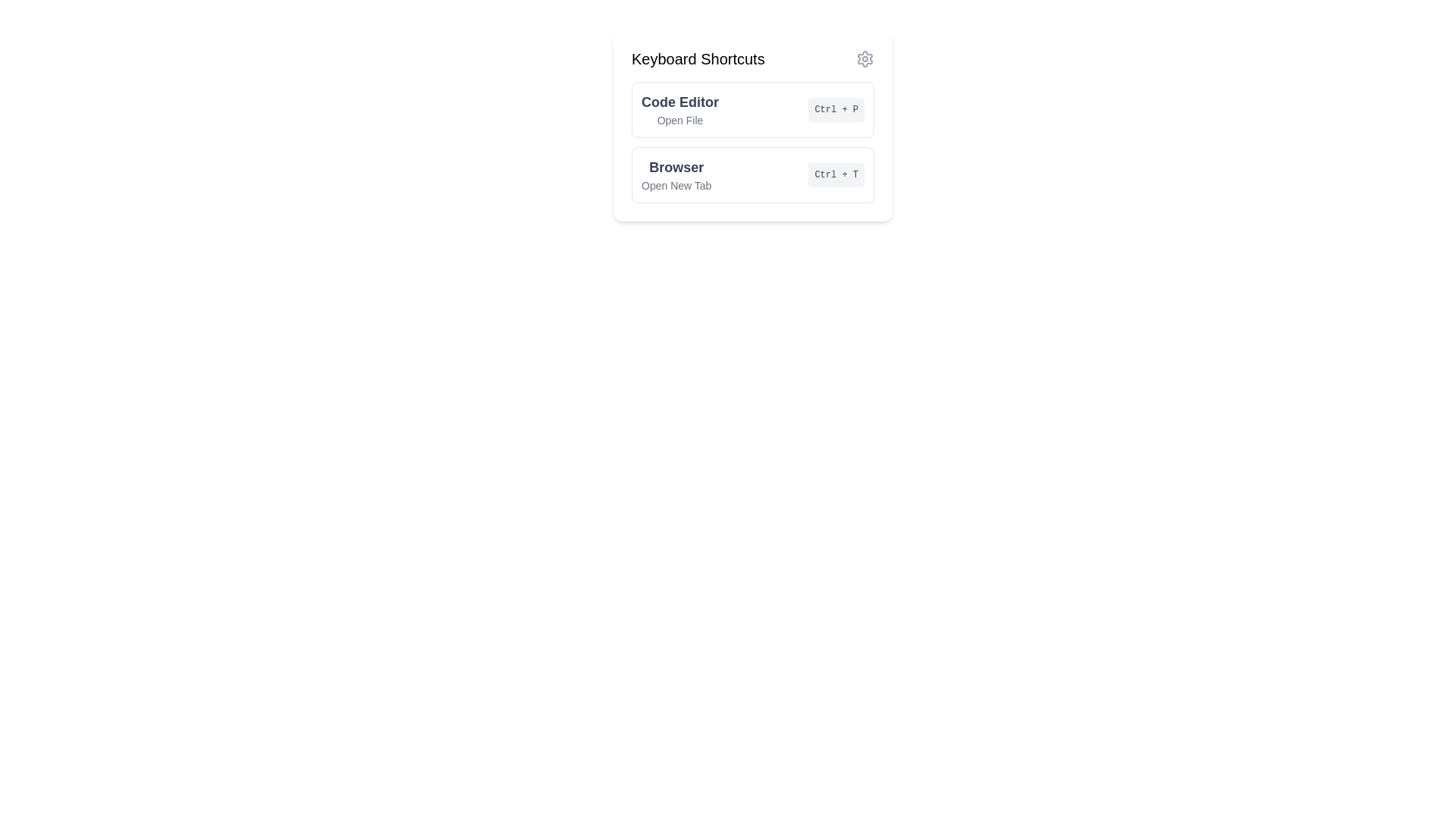 This screenshot has height=819, width=1456. What do you see at coordinates (865, 58) in the screenshot?
I see `the gear icon in the top-right corner of the 'Keyboard Shortcuts' box` at bounding box center [865, 58].